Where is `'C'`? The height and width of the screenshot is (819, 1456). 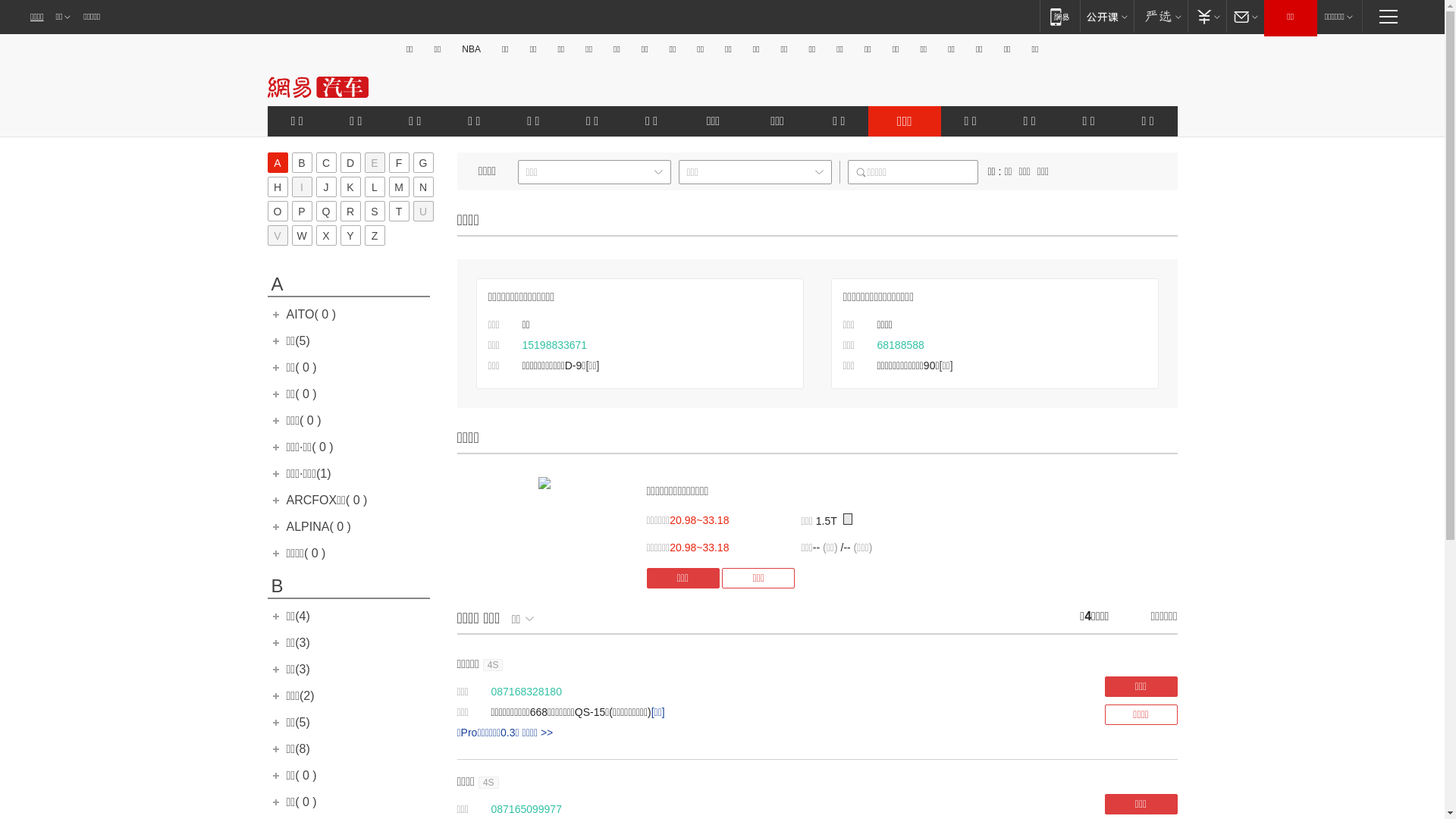
'C' is located at coordinates (315, 162).